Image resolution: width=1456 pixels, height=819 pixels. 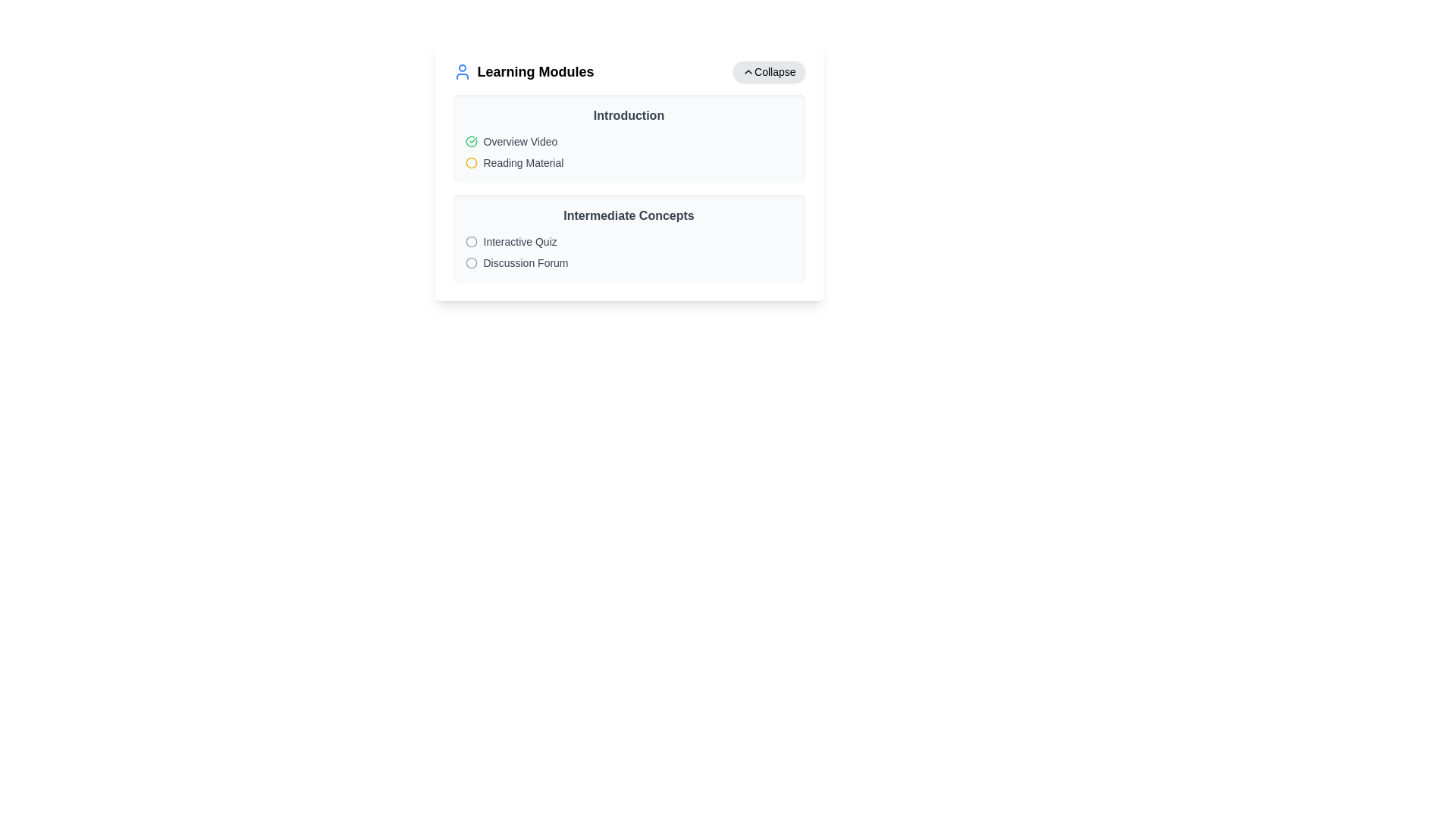 What do you see at coordinates (629, 152) in the screenshot?
I see `the second list item titled 'Reading Material' in the 'Introduction' section` at bounding box center [629, 152].